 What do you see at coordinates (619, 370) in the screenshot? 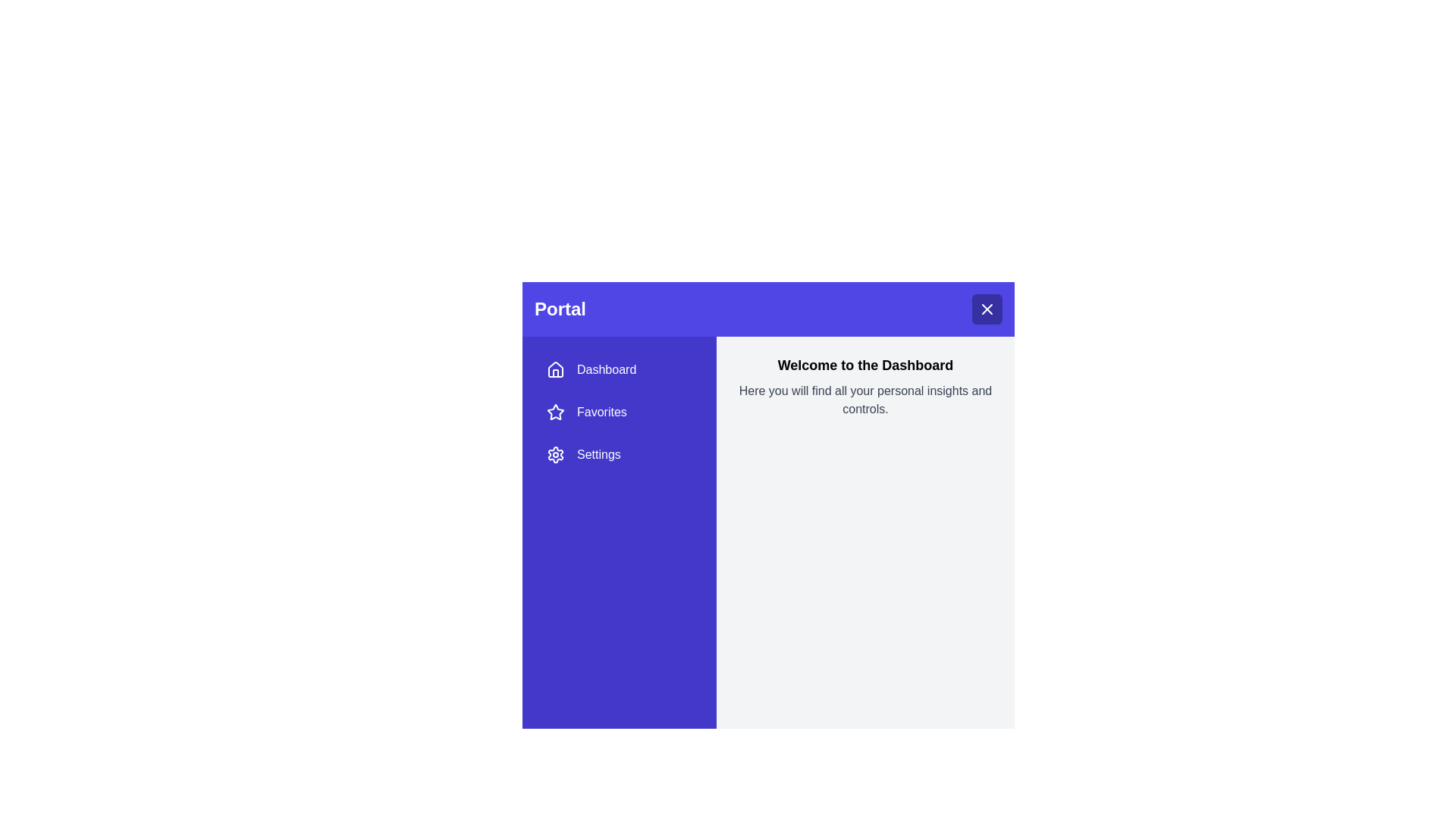
I see `the 'Dashboard' navigation item, which is the first item in the vertical list on the left sidebar` at bounding box center [619, 370].